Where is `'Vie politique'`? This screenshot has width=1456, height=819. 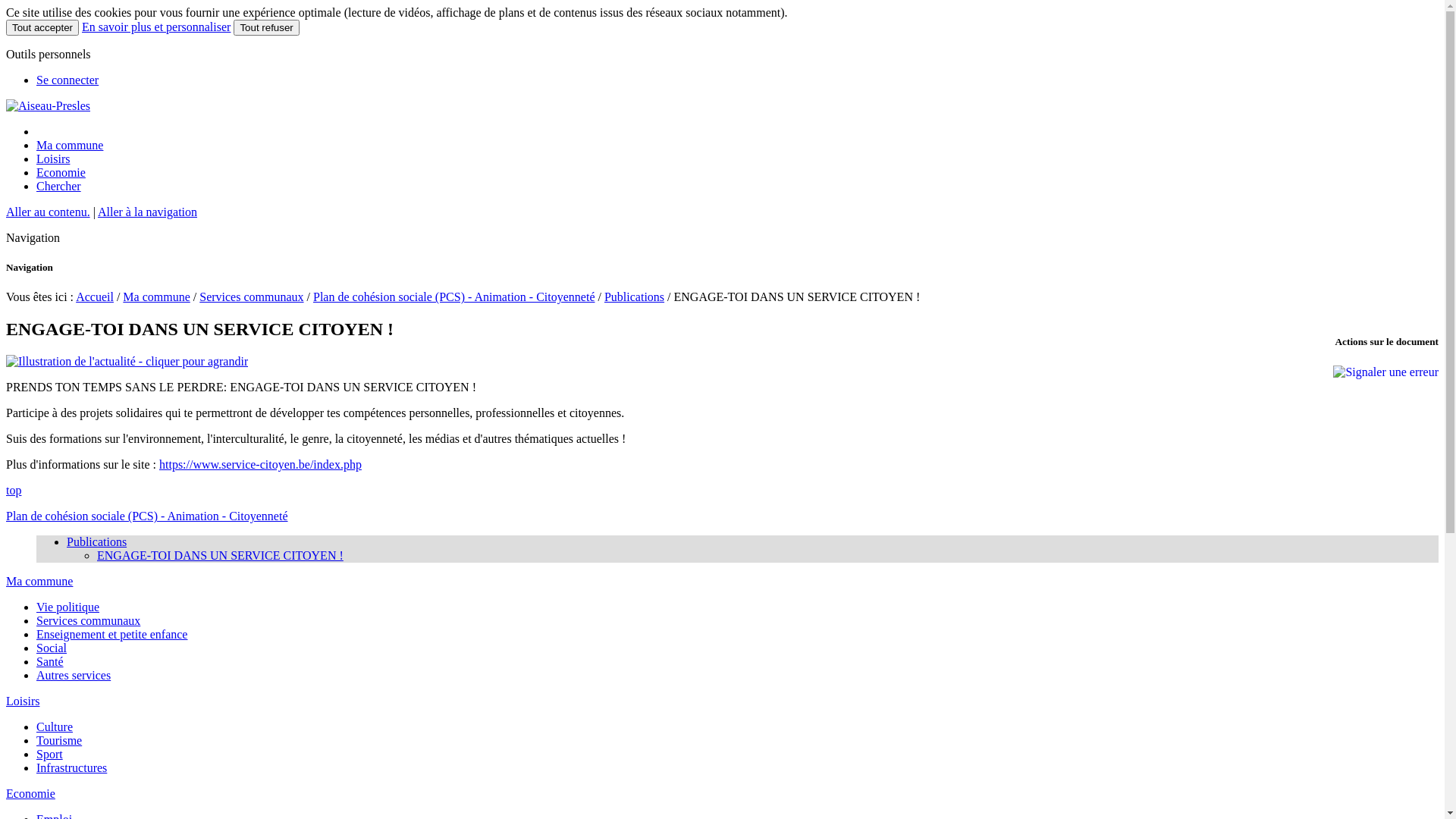 'Vie politique' is located at coordinates (67, 606).